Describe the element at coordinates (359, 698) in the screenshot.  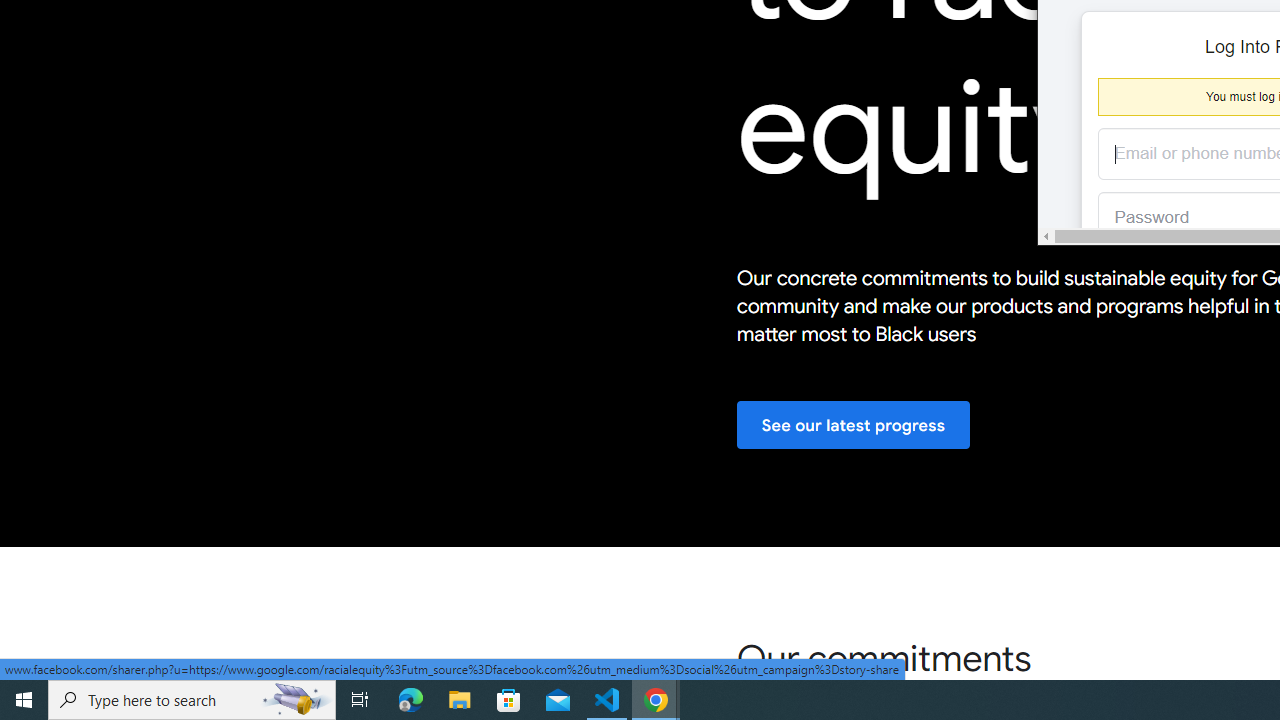
I see `'Task View'` at that location.